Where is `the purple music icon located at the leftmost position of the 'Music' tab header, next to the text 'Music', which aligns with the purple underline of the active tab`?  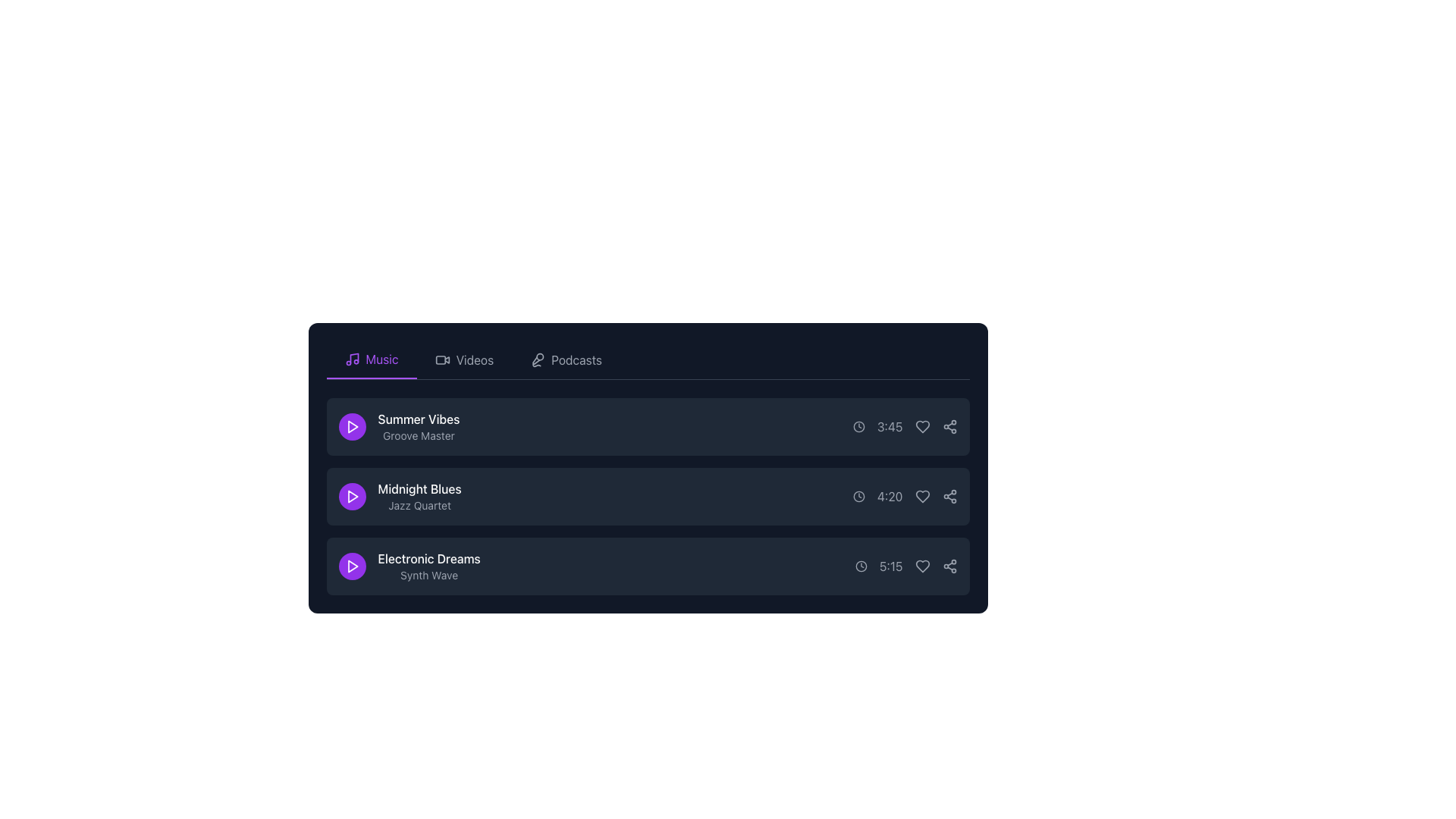
the purple music icon located at the leftmost position of the 'Music' tab header, next to the text 'Music', which aligns with the purple underline of the active tab is located at coordinates (351, 359).